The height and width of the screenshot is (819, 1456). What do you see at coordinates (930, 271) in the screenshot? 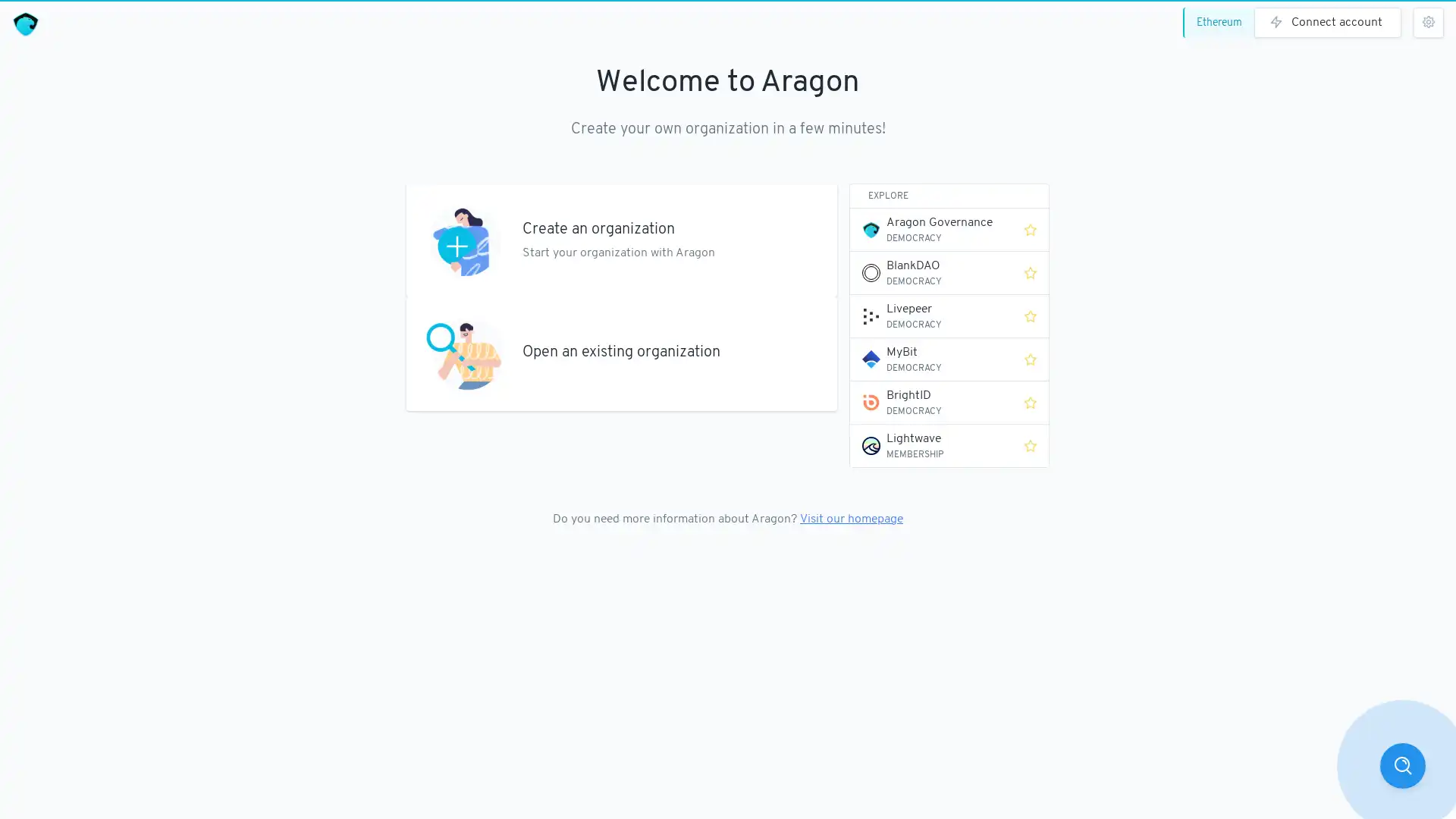
I see `BlankDAO DEMOCRACY` at bounding box center [930, 271].